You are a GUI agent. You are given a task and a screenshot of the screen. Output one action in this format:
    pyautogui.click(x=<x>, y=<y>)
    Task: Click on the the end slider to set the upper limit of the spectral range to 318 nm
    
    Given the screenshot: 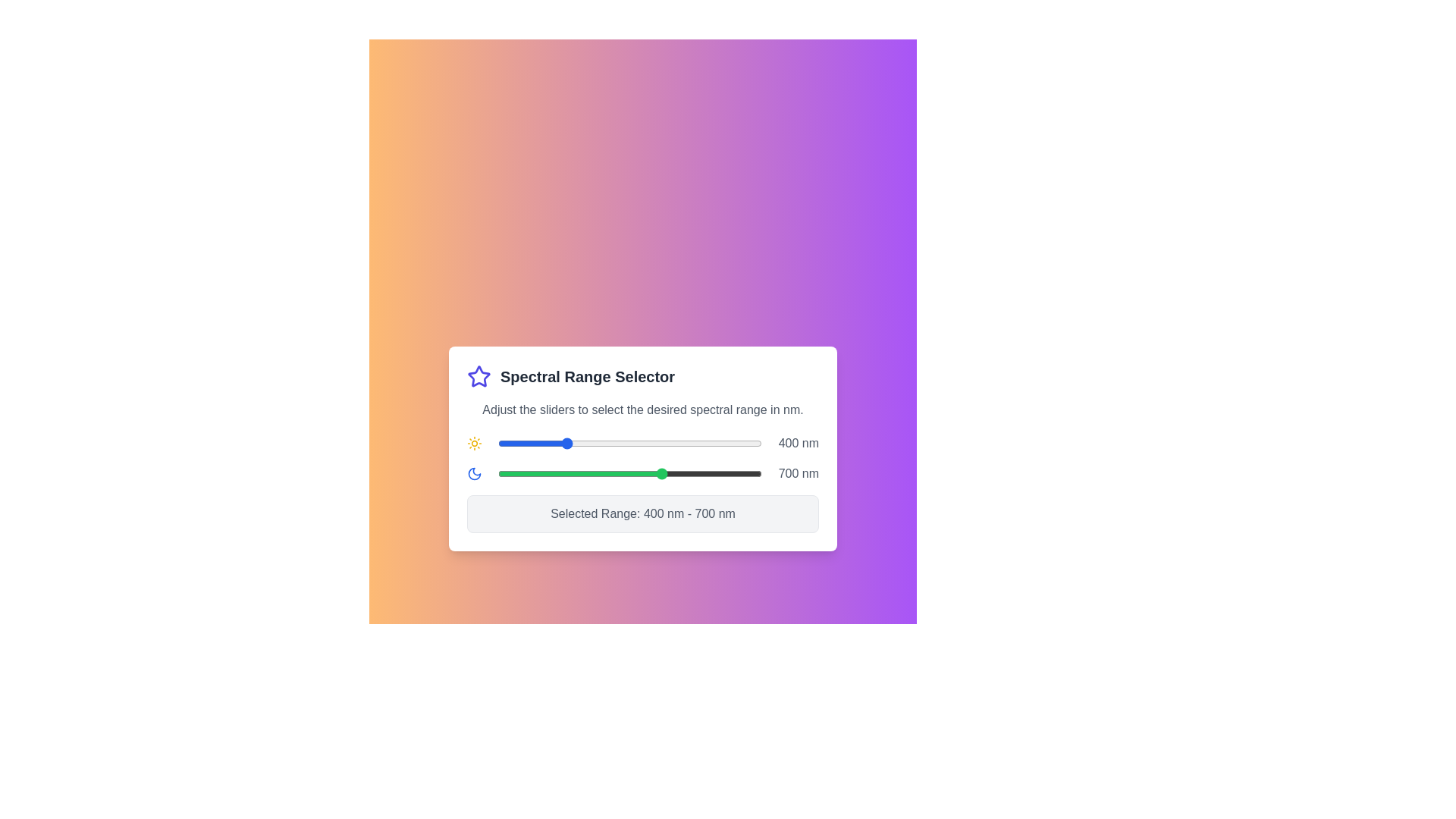 What is the action you would take?
    pyautogui.click(x=537, y=472)
    